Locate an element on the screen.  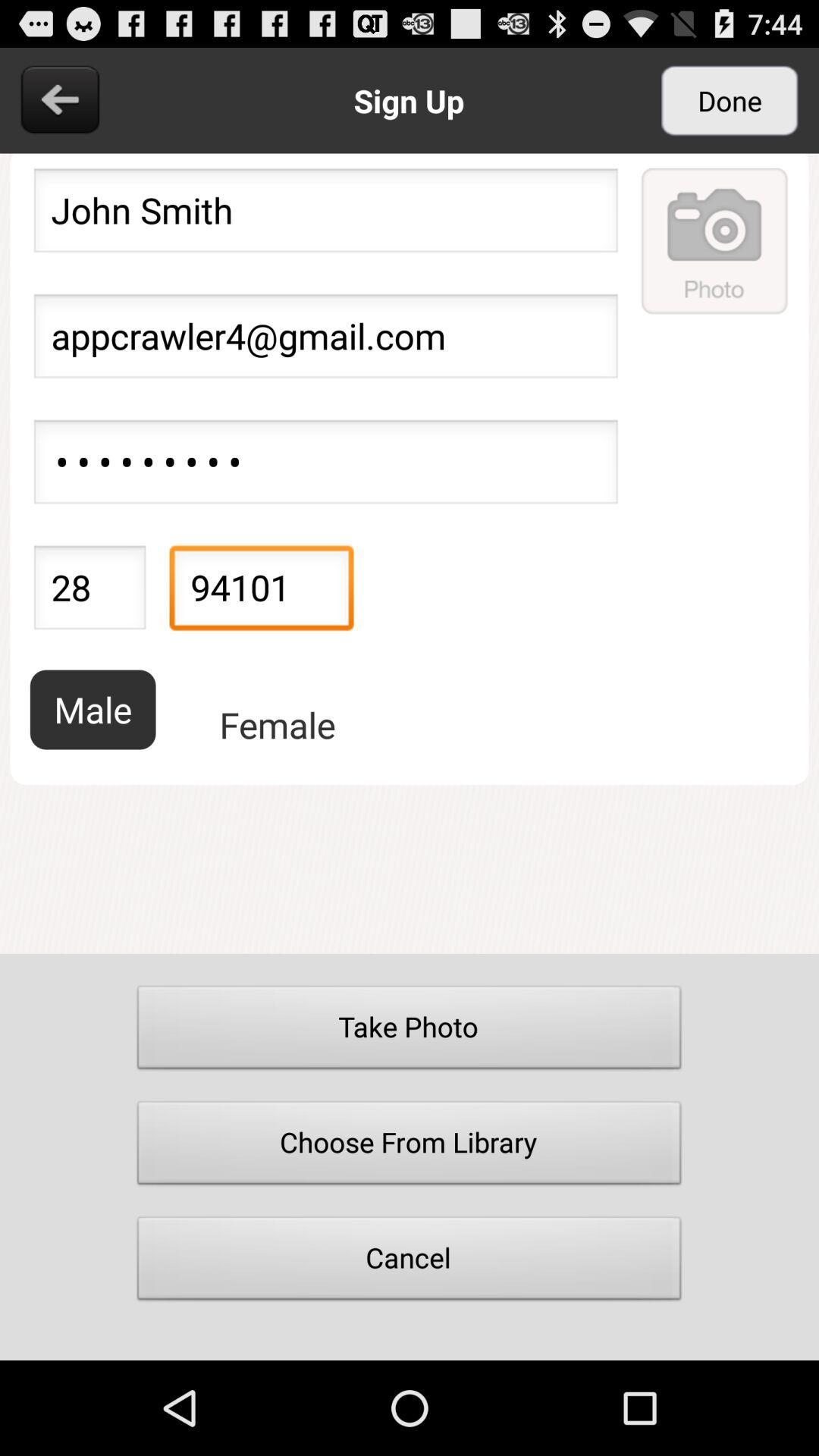
attach photo is located at coordinates (715, 240).